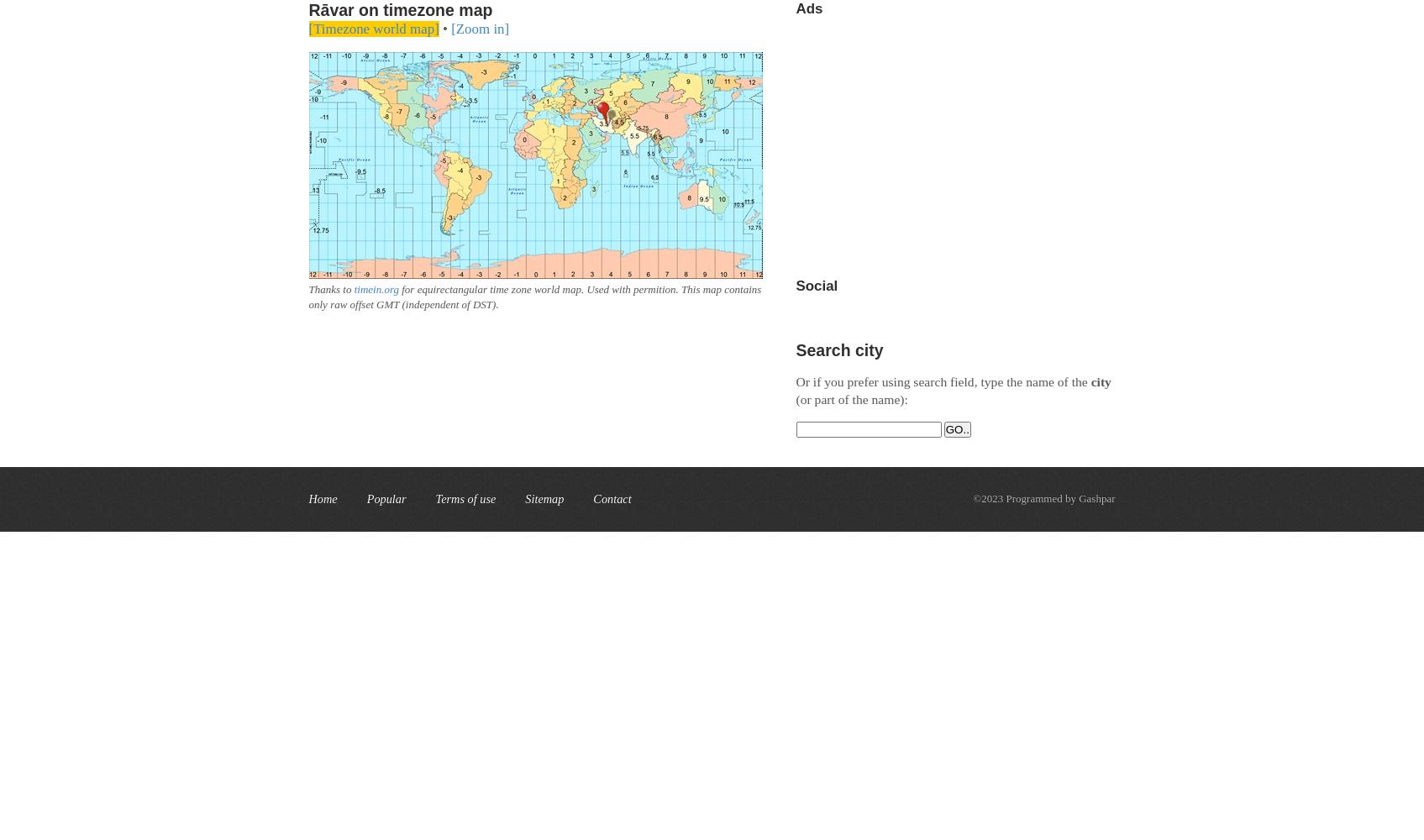 This screenshot has height=840, width=1424. I want to click on '(or part of the name):', so click(850, 398).